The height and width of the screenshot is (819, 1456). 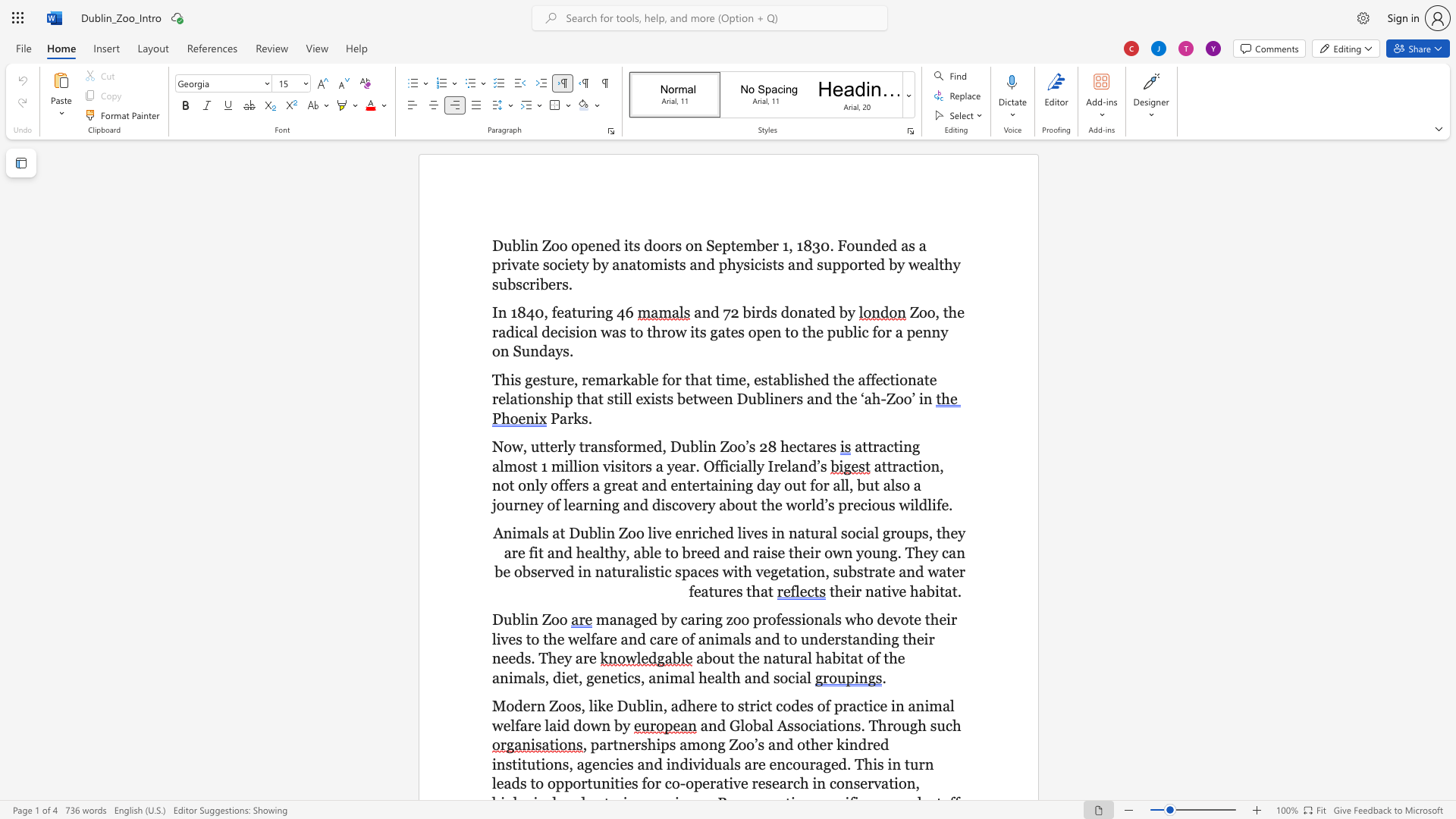 What do you see at coordinates (776, 657) in the screenshot?
I see `the 2th character "a" in the text` at bounding box center [776, 657].